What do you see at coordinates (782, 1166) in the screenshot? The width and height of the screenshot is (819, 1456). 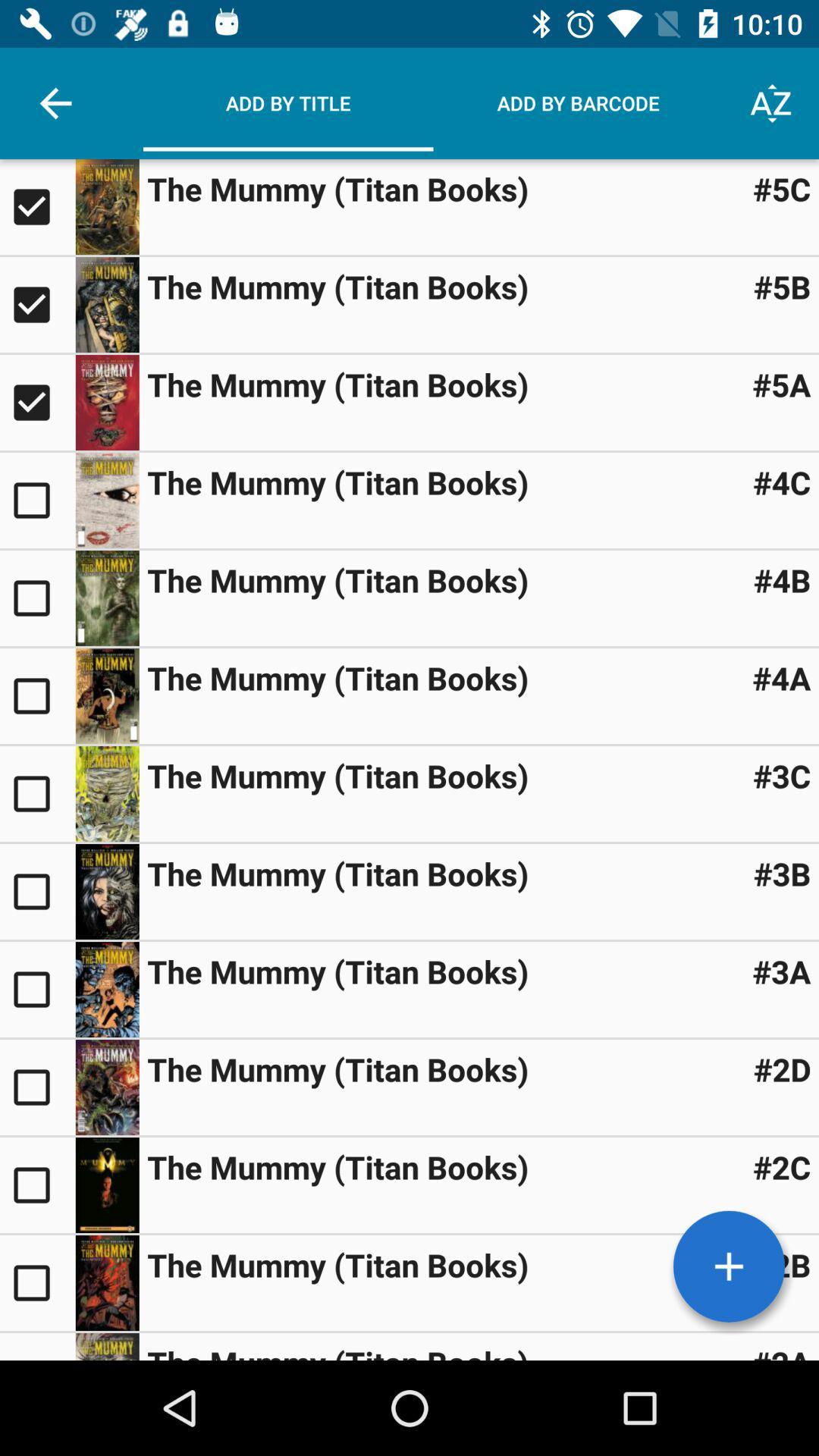 I see `item to the right of the the mummy titan item` at bounding box center [782, 1166].